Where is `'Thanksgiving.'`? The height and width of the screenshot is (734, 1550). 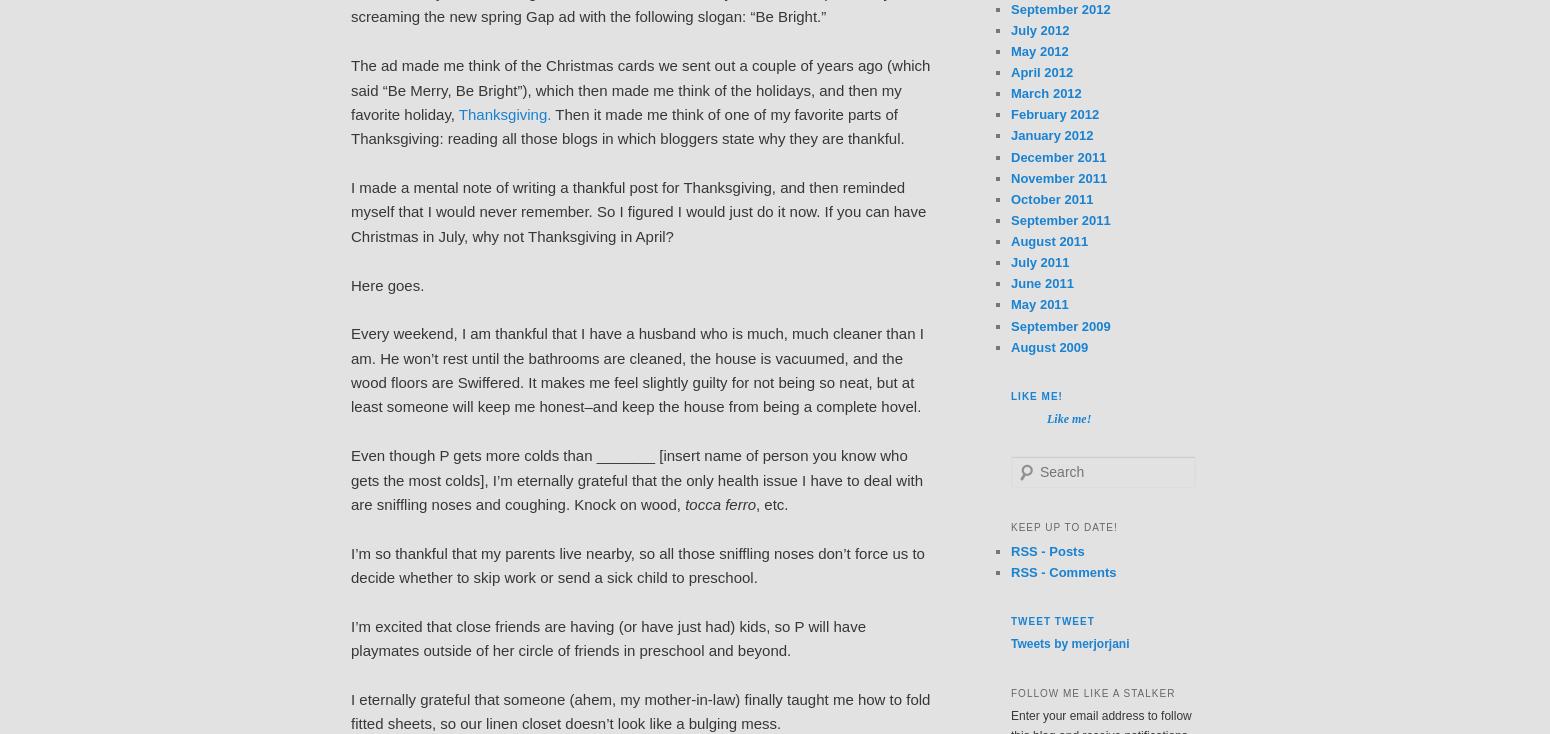
'Thanksgiving.' is located at coordinates (505, 113).